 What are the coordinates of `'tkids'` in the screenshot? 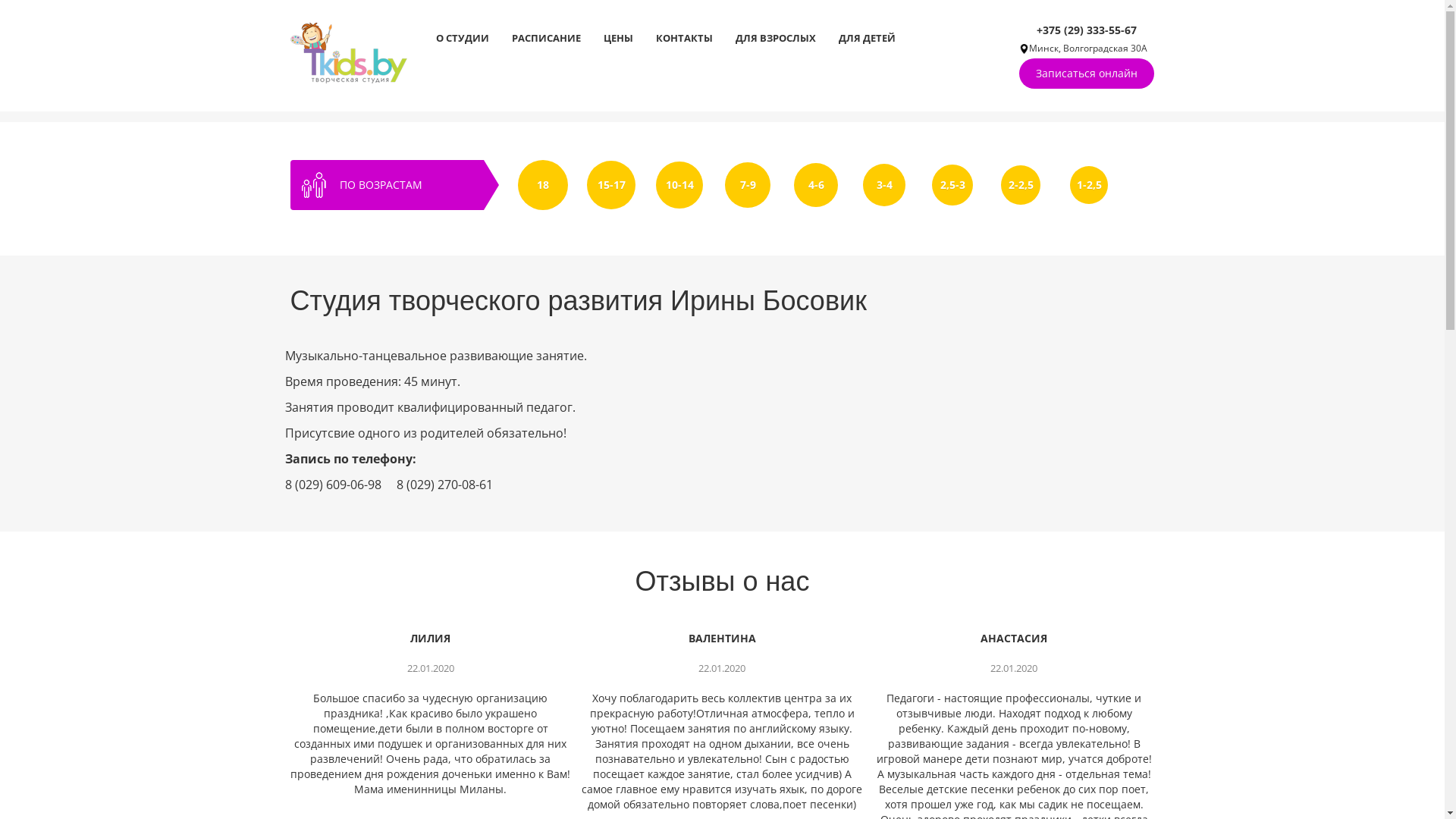 It's located at (347, 51).